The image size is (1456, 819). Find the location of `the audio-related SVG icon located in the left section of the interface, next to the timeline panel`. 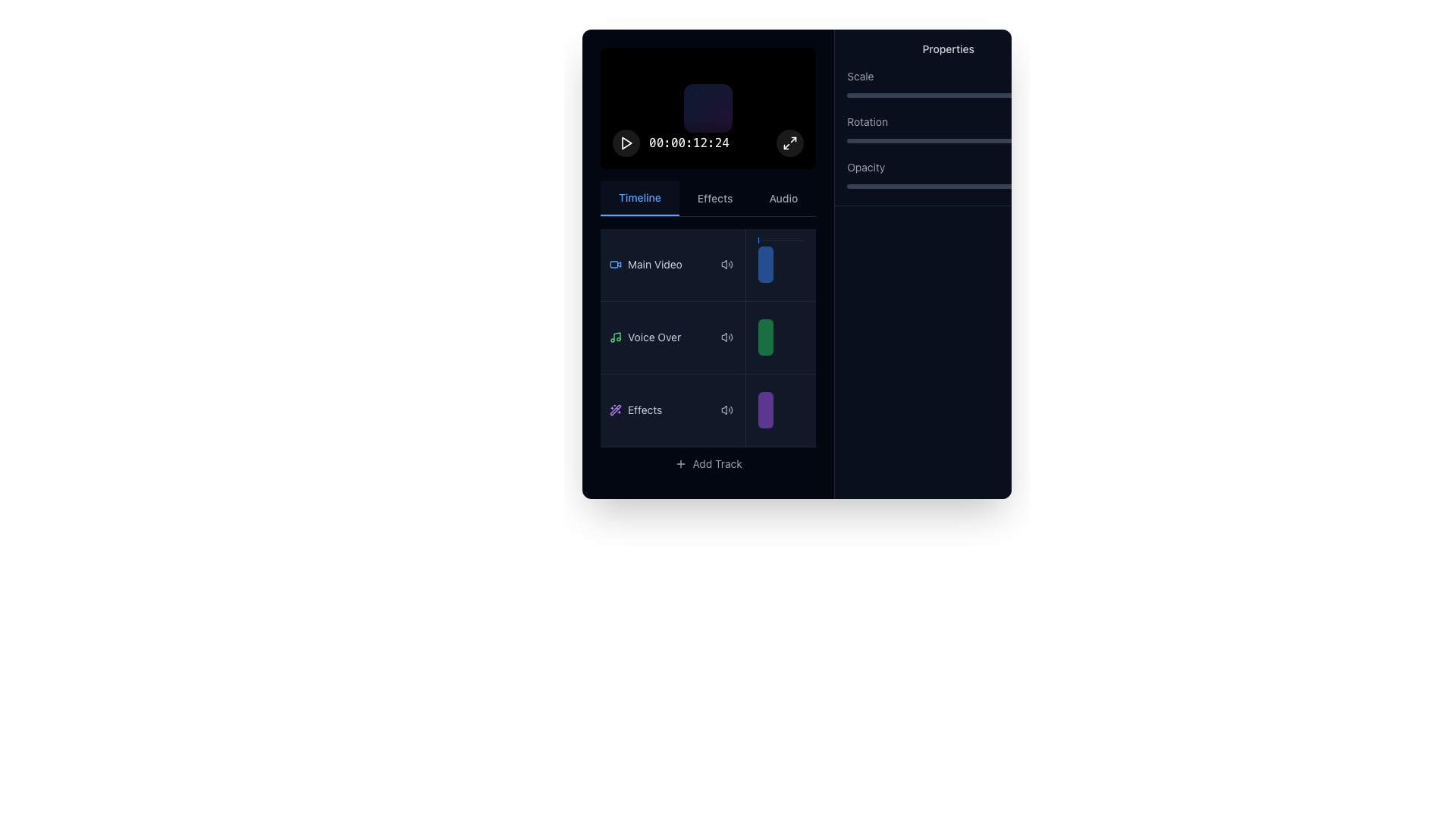

the audio-related SVG icon located in the left section of the interface, next to the timeline panel is located at coordinates (723, 337).